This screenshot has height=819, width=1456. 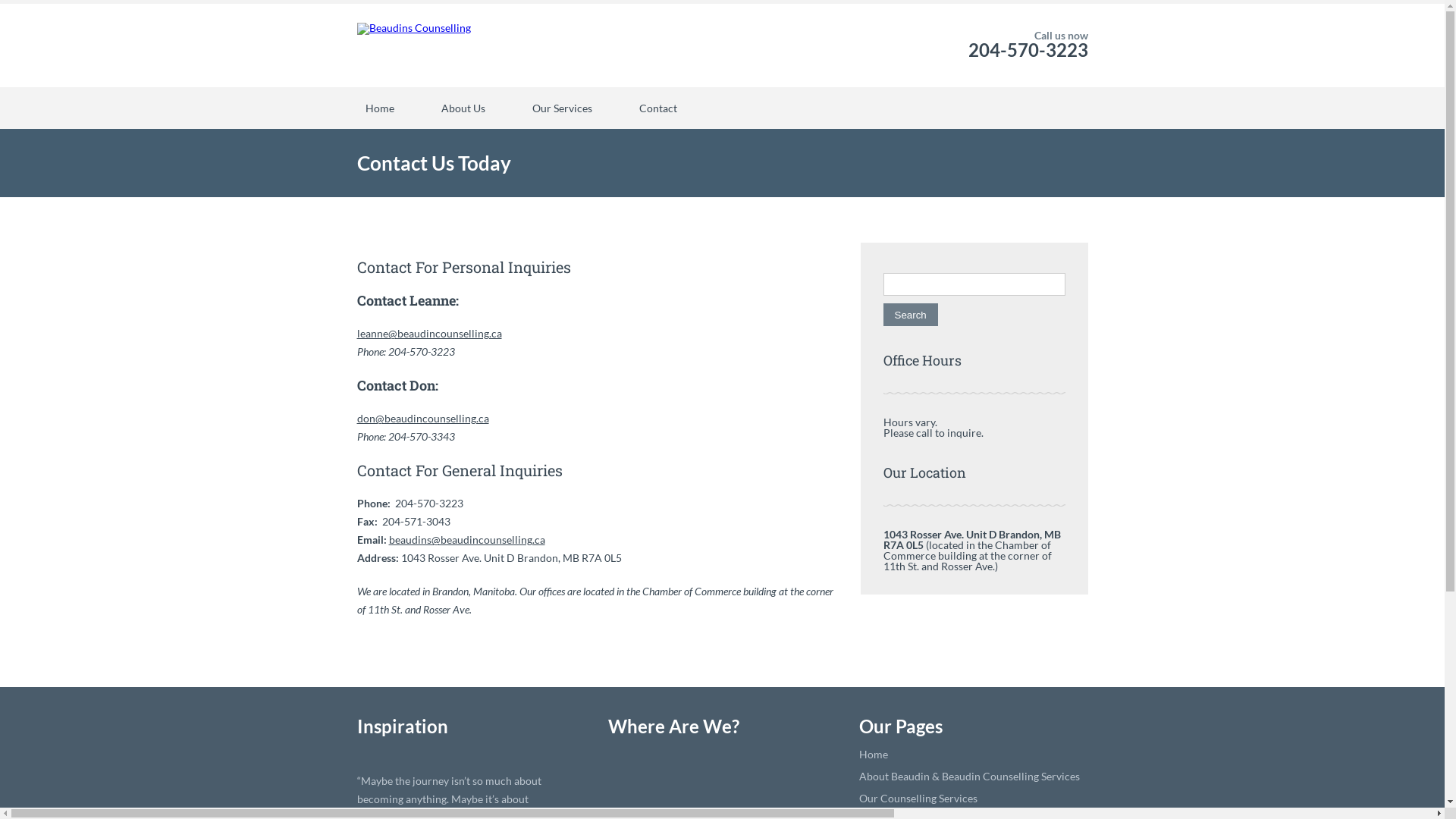 I want to click on '204-570-3223', so click(x=1027, y=49).